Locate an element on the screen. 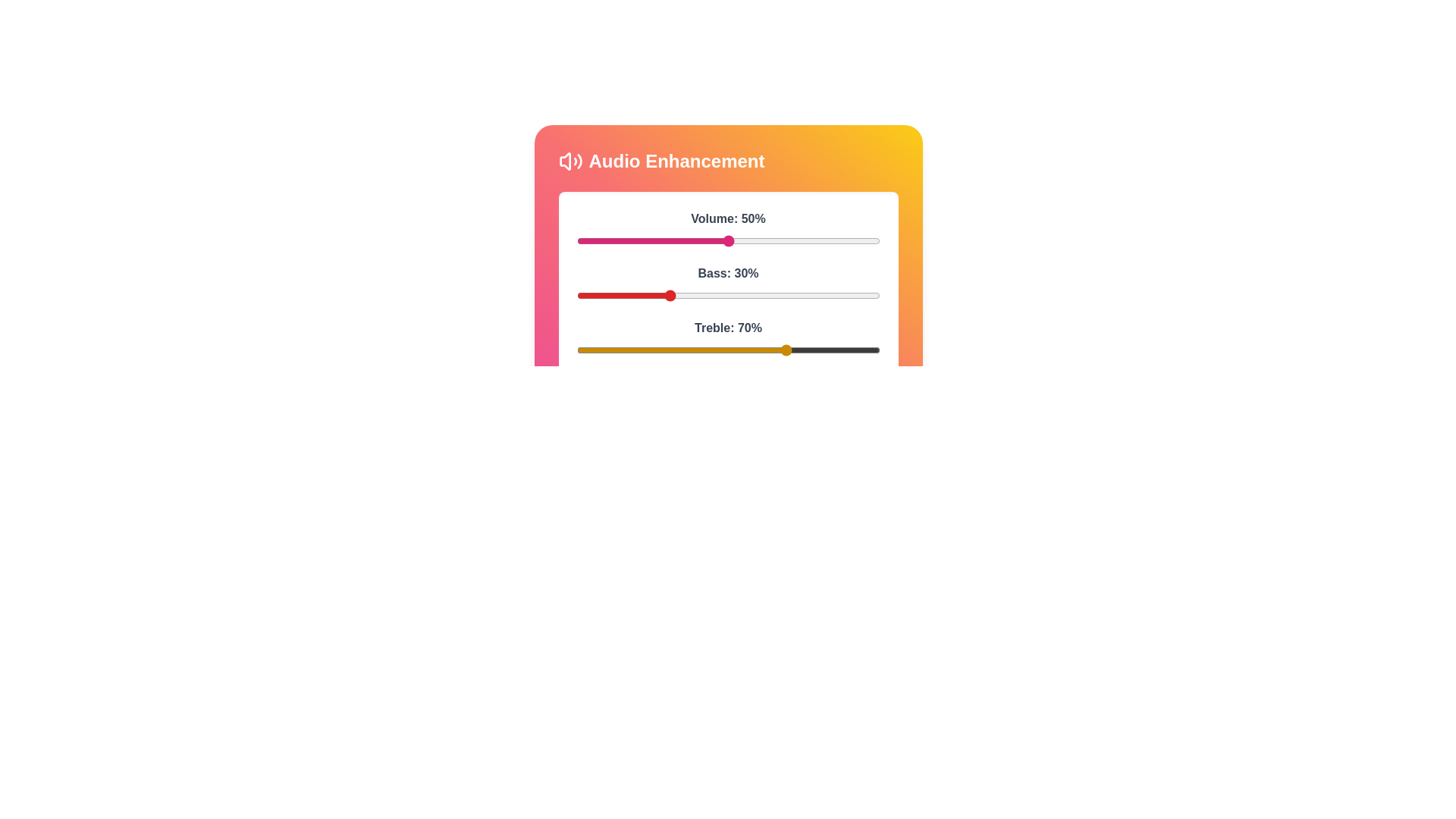  the slider for 'Bass: 30%' is located at coordinates (728, 286).